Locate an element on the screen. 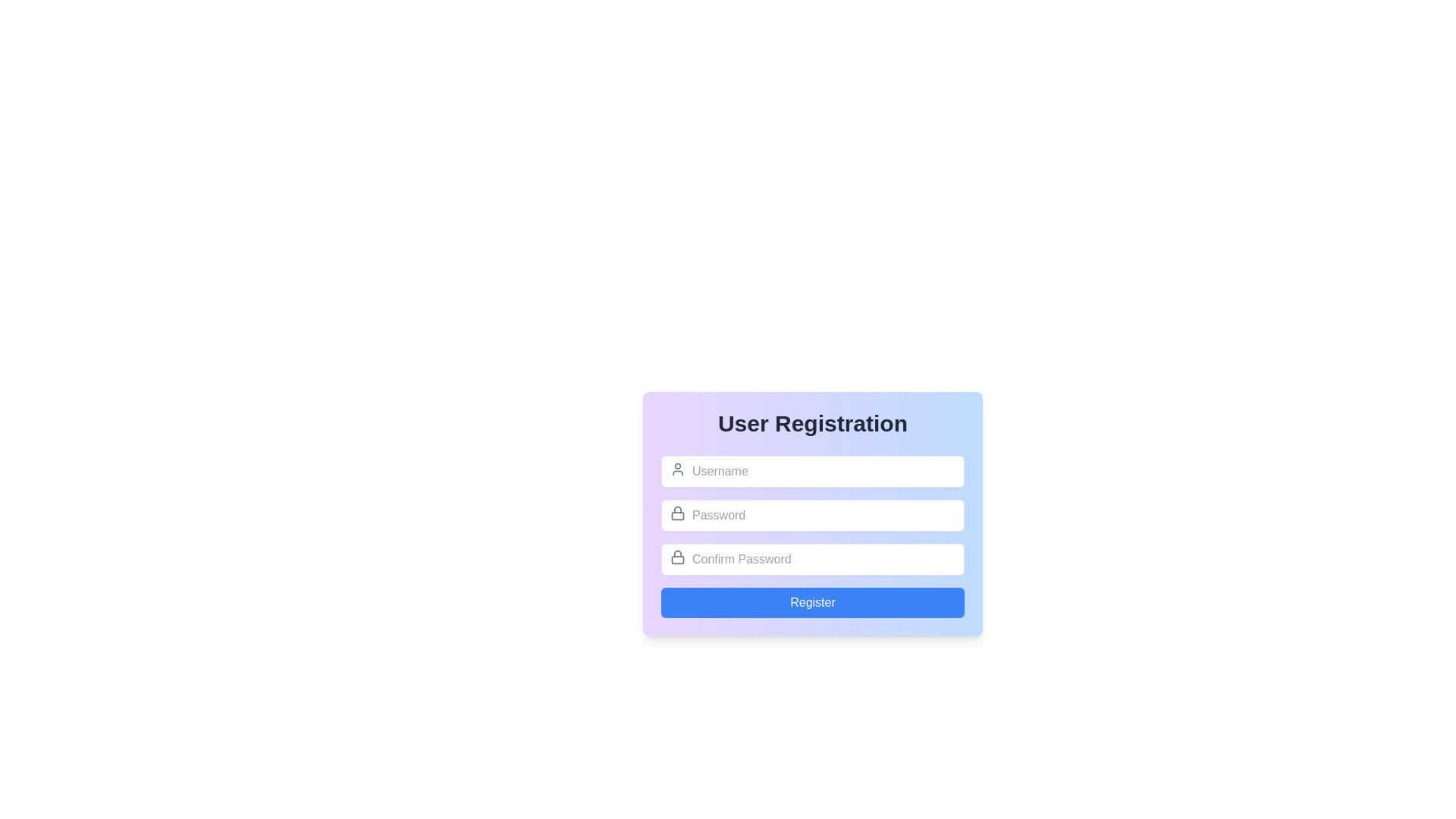 The image size is (1456, 819). the bold header text 'User Registration' which is styled in large, dark gray typography at the top of the card-like interface is located at coordinates (811, 424).